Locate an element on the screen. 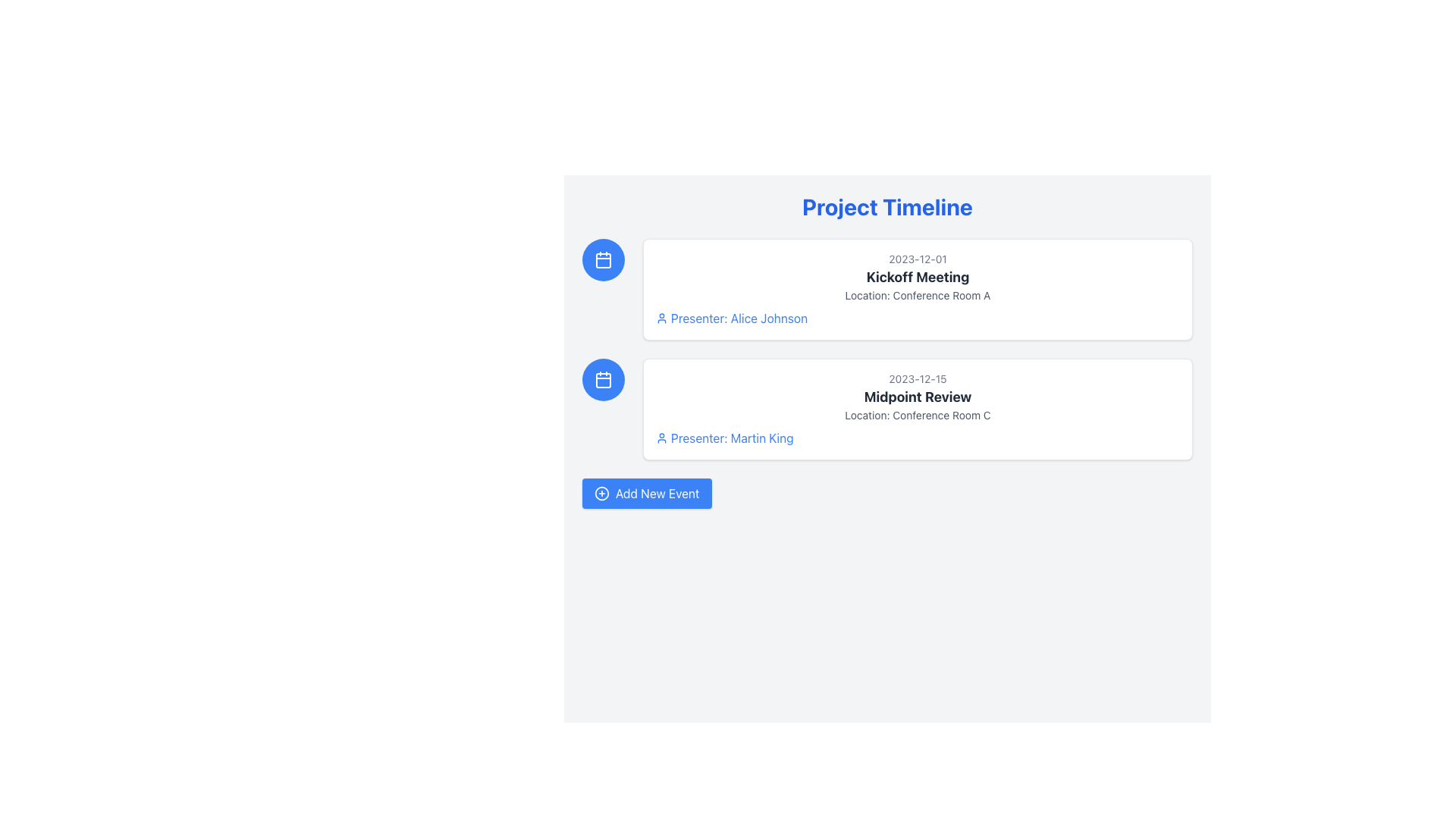  the 'Add New Event' button, which is a blue button with white text and a plus icon, positioned below the list of events is located at coordinates (647, 494).